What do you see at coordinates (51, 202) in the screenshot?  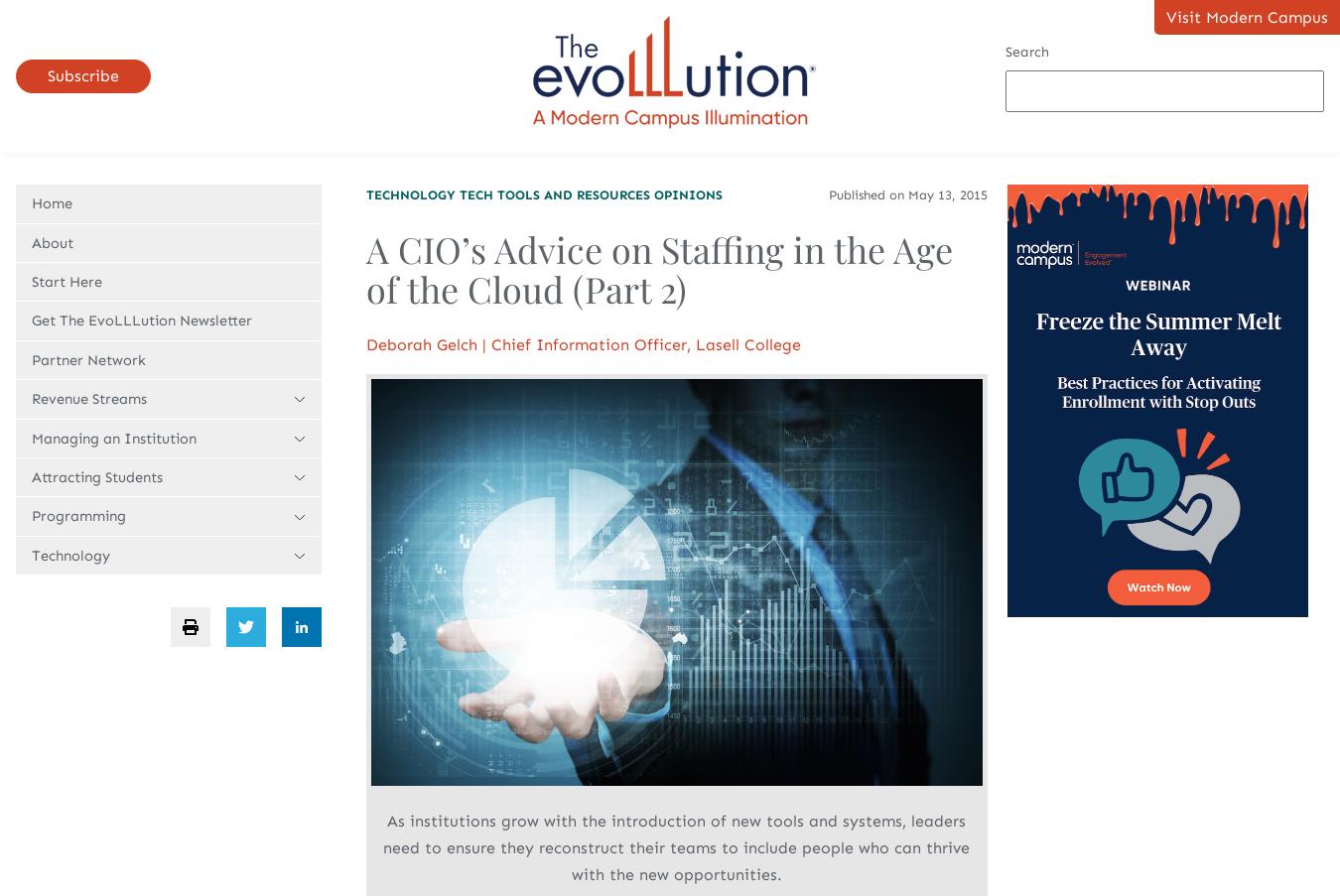 I see `'Home'` at bounding box center [51, 202].